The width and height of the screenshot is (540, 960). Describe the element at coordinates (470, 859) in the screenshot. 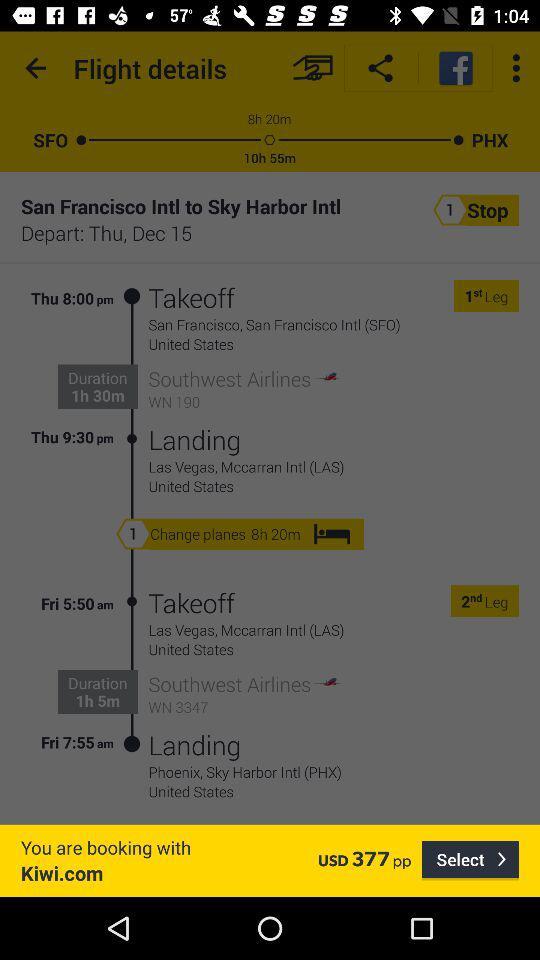

I see `item next to the pp icon` at that location.